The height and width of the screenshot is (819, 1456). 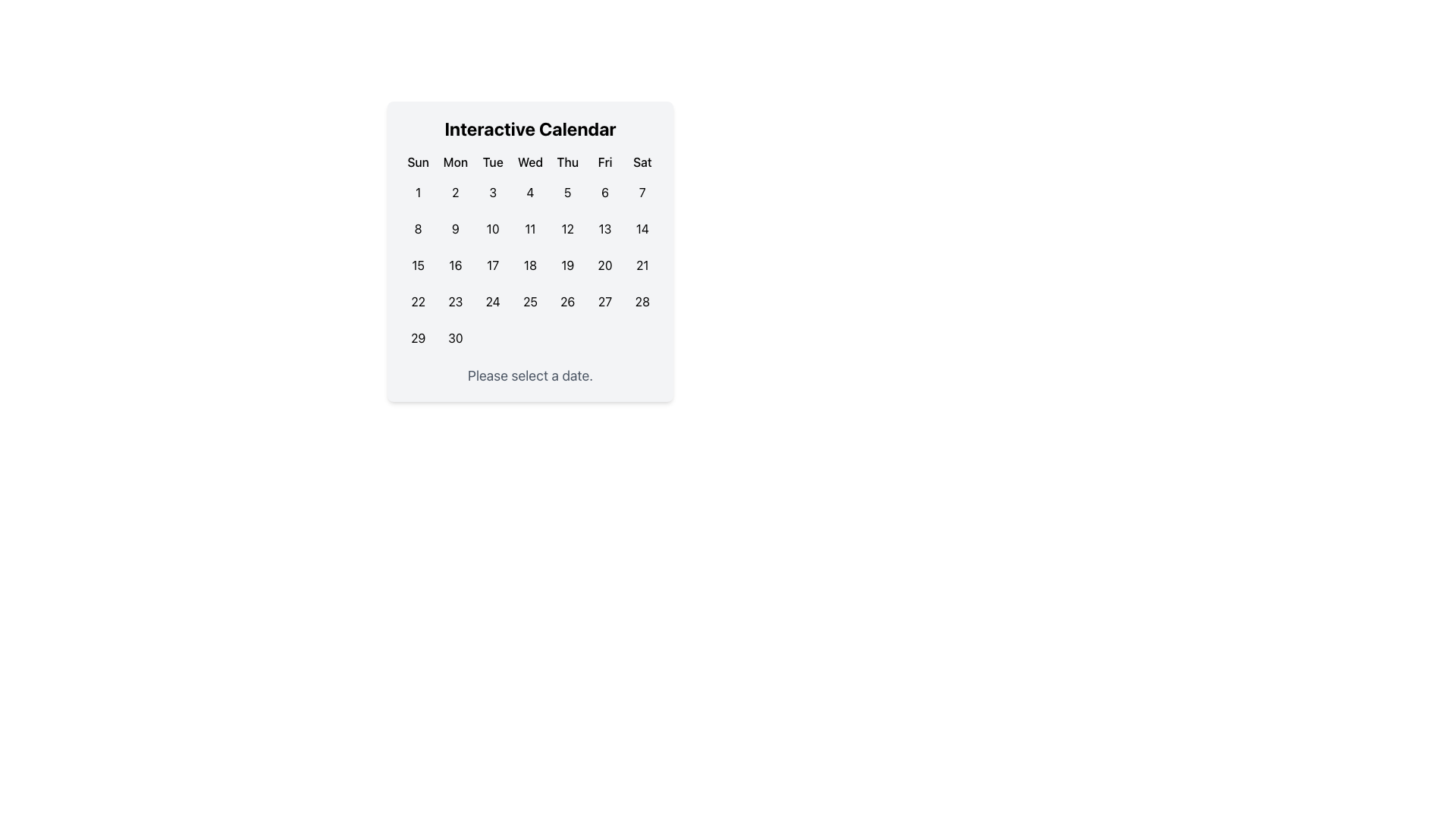 What do you see at coordinates (493, 265) in the screenshot?
I see `the Calendar Cell representing the 17th day in the monthly calendar` at bounding box center [493, 265].